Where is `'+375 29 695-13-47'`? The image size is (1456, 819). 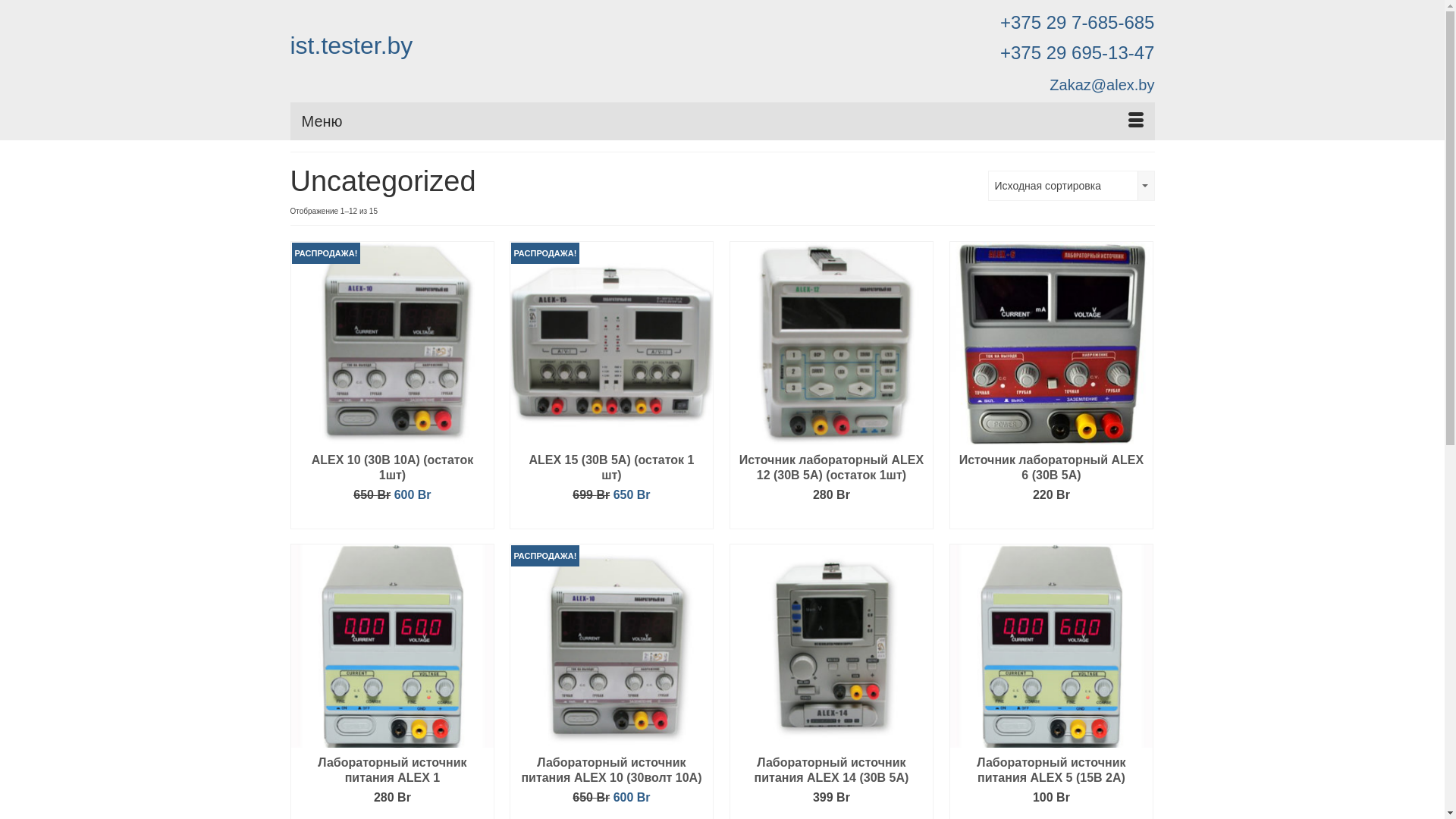
'+375 29 695-13-47' is located at coordinates (1000, 52).